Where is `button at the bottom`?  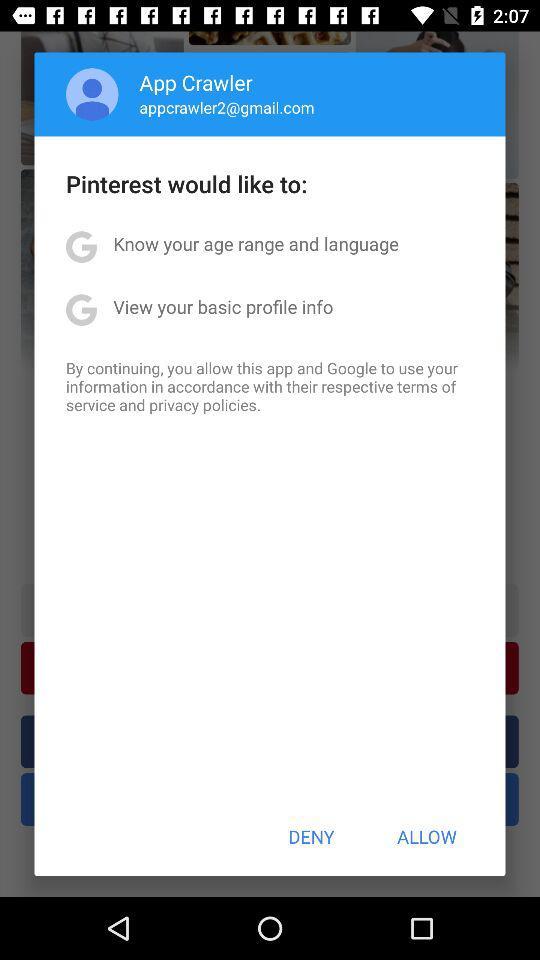
button at the bottom is located at coordinates (311, 836).